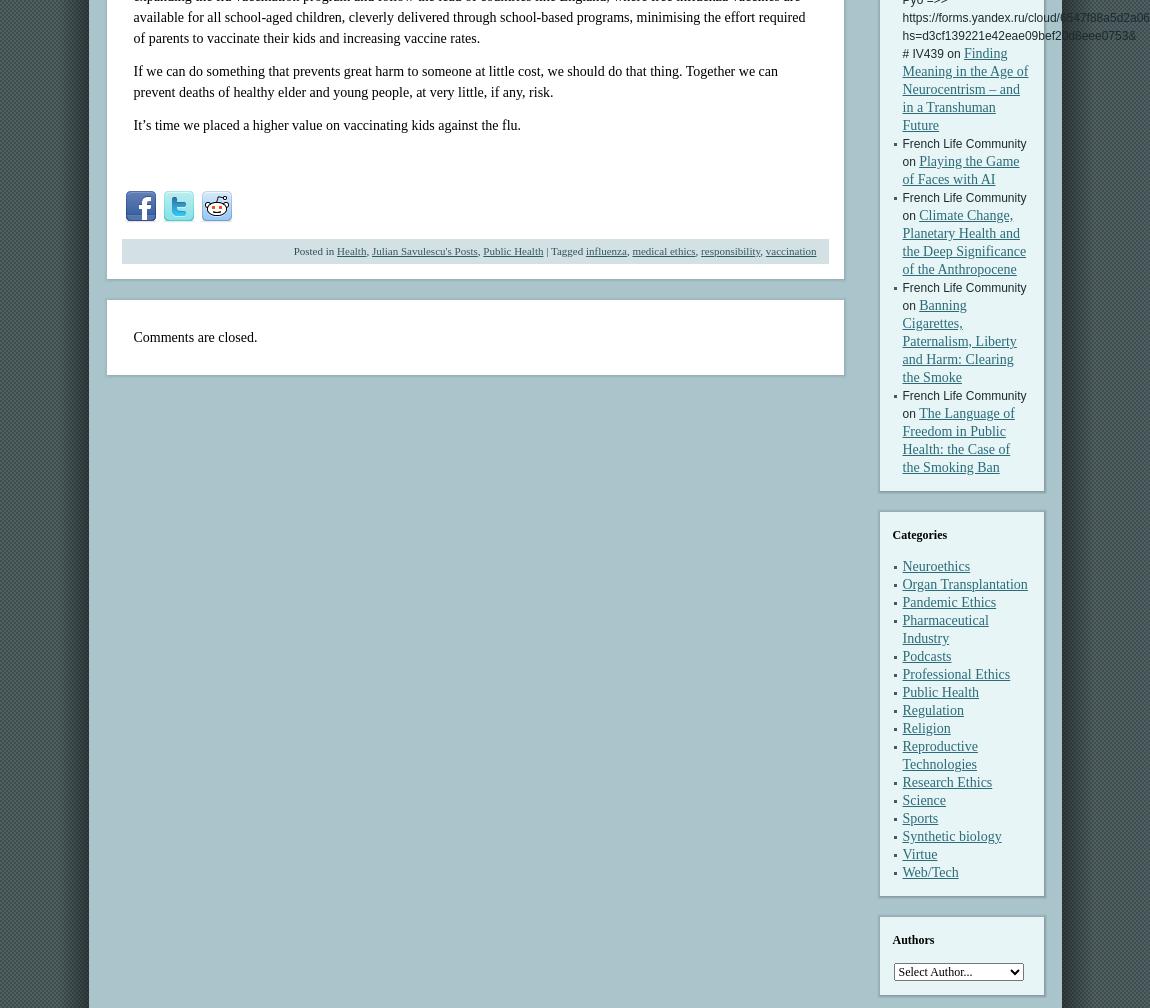 This screenshot has width=1150, height=1008. I want to click on 'vaccination', so click(789, 250).